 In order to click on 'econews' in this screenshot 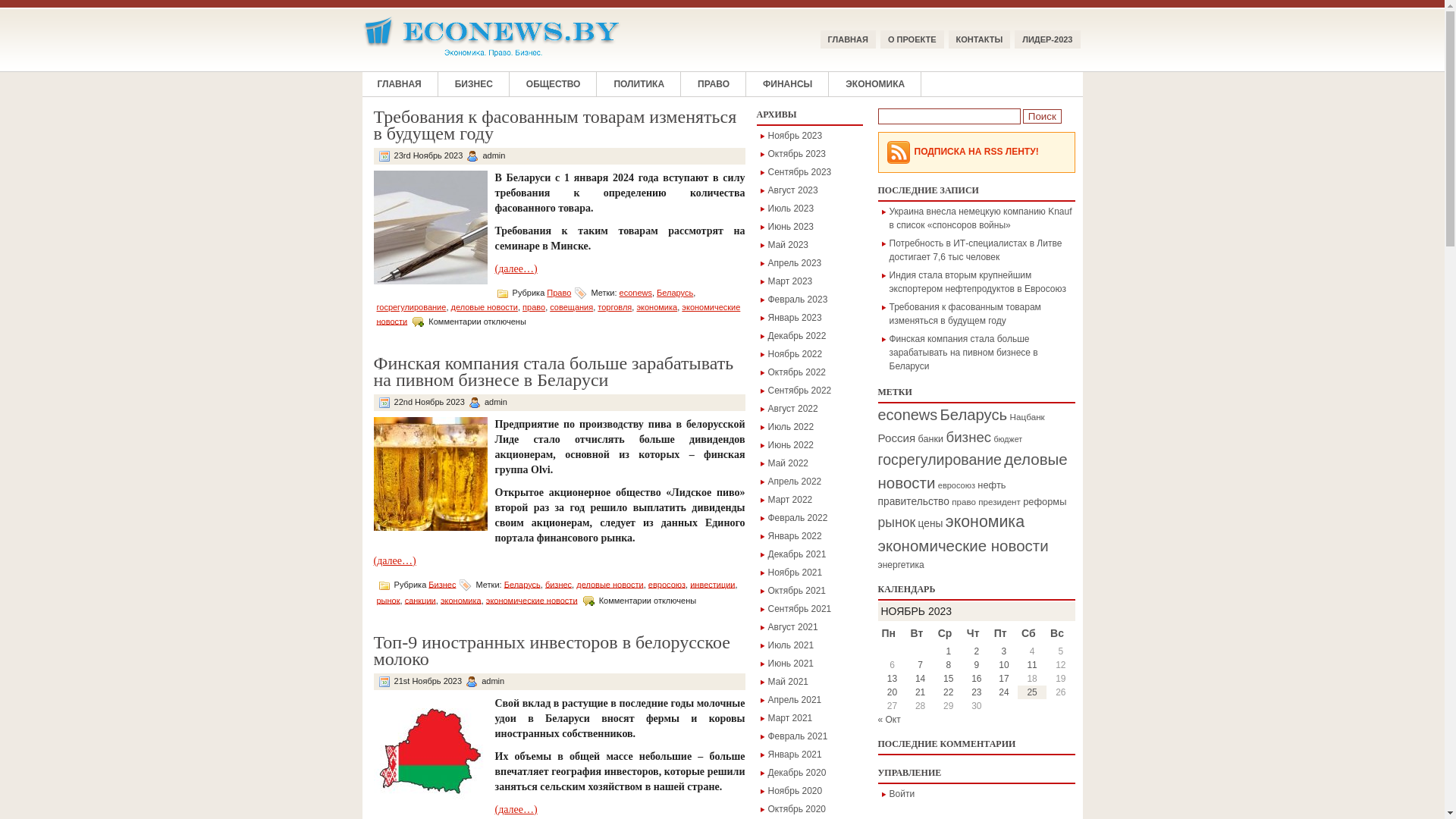, I will do `click(908, 415)`.